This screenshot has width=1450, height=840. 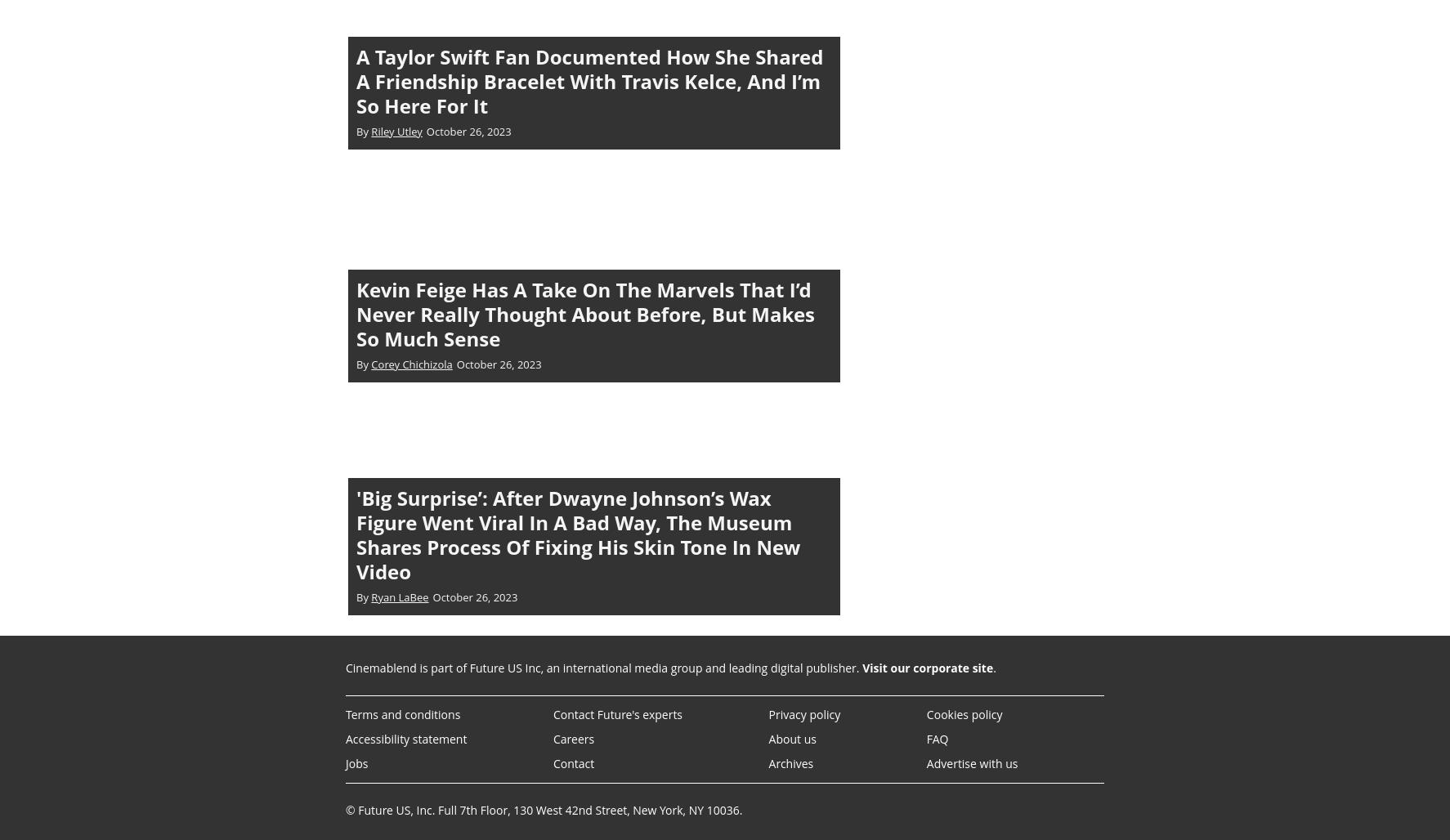 What do you see at coordinates (411, 364) in the screenshot?
I see `'Corey Chichizola'` at bounding box center [411, 364].